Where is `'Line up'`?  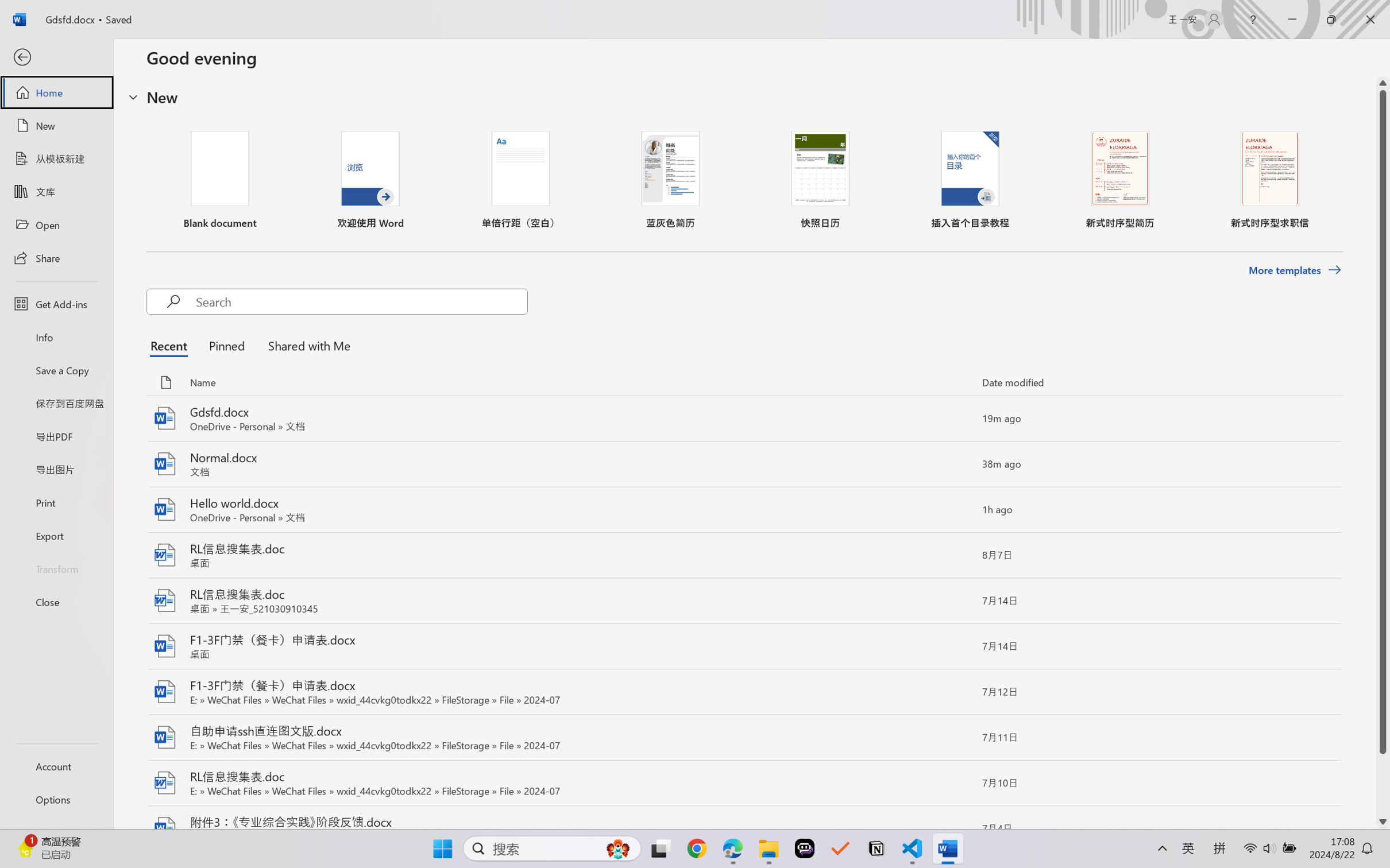
'Line up' is located at coordinates (1383, 83).